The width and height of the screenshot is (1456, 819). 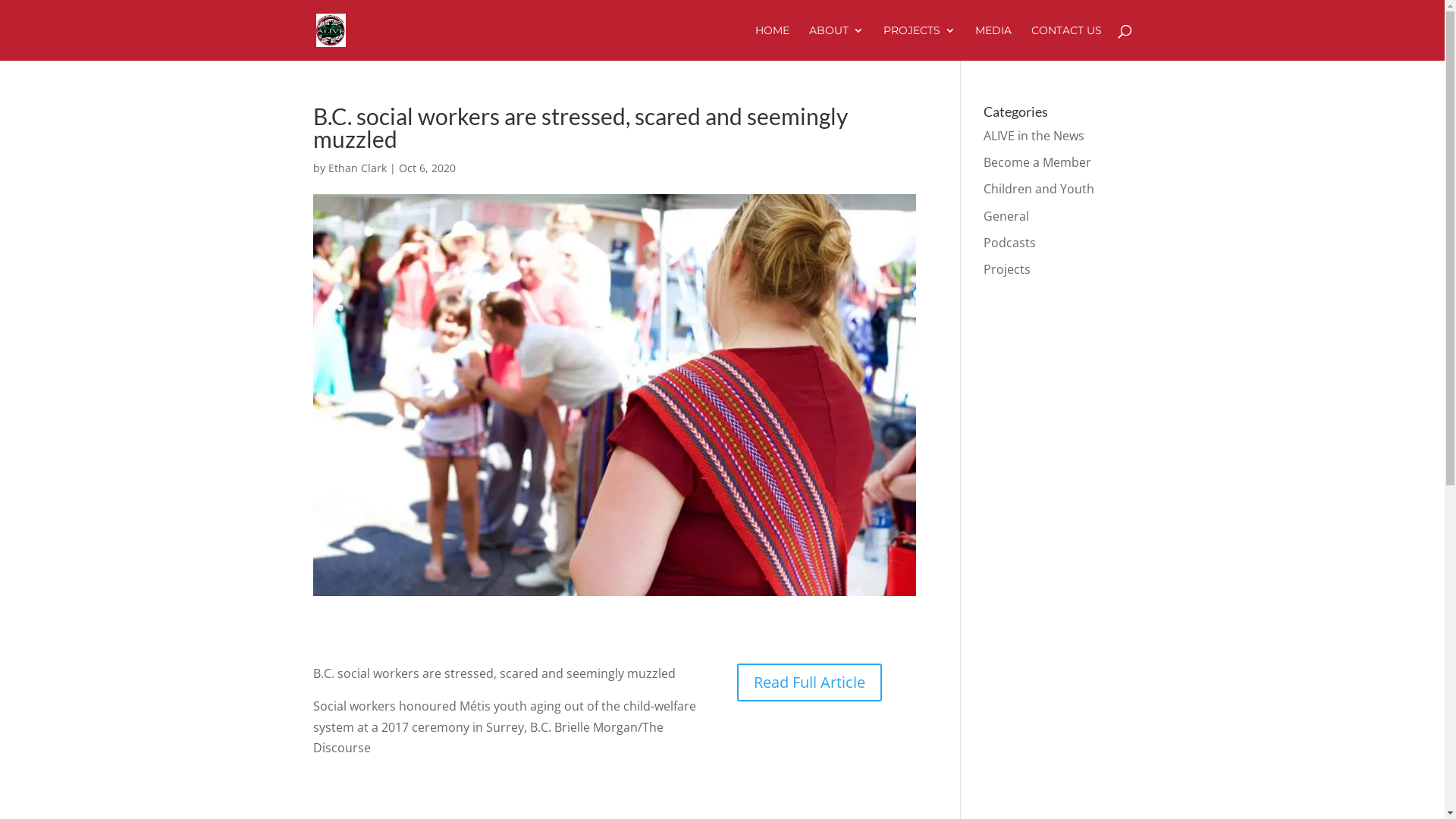 I want to click on 'PROJECTS', so click(x=918, y=42).